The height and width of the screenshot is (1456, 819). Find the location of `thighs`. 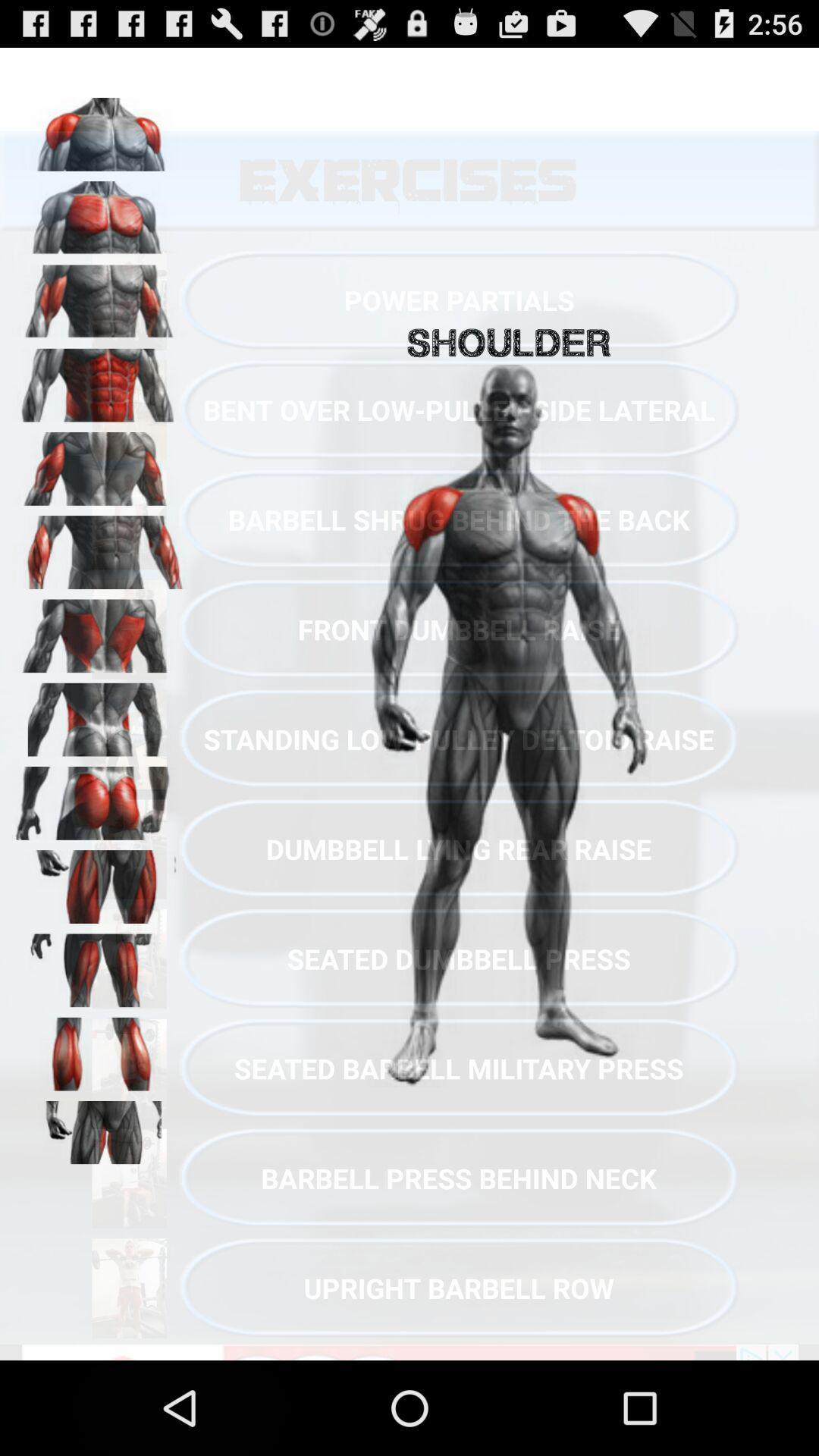

thighs is located at coordinates (99, 965).